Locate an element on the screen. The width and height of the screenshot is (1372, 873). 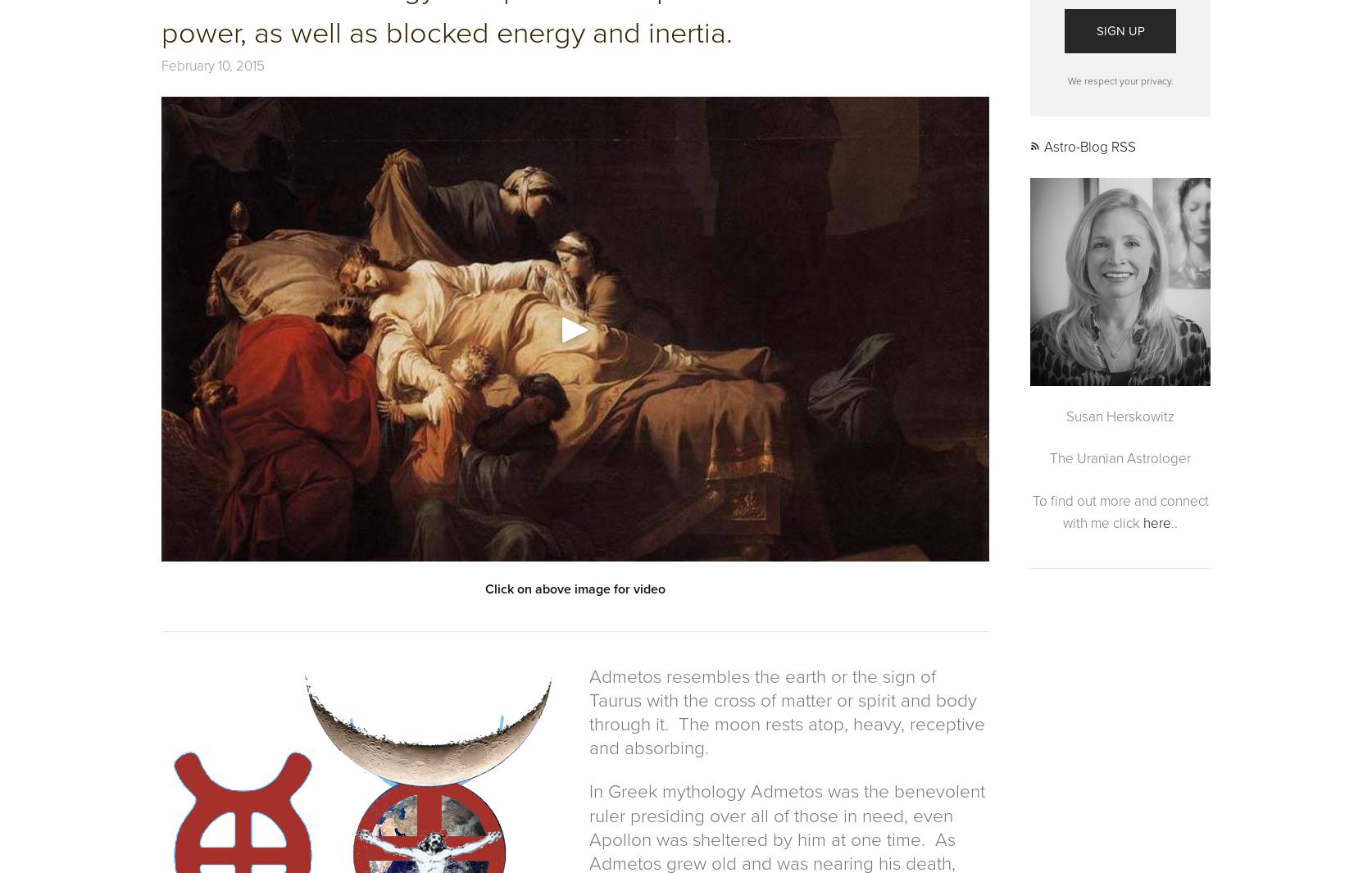
'..' is located at coordinates (1174, 522).